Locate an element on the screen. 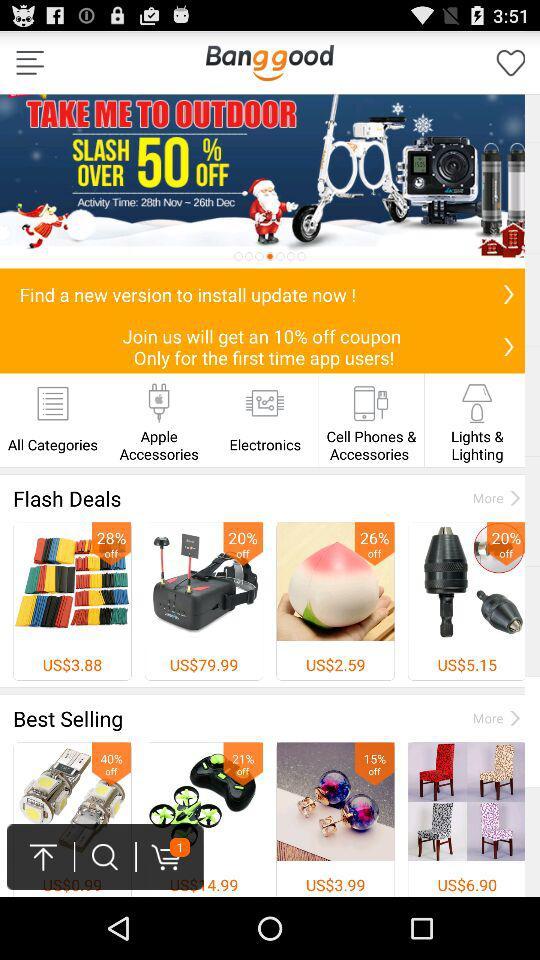 Image resolution: width=540 pixels, height=960 pixels. the bang good option is located at coordinates (269, 62).